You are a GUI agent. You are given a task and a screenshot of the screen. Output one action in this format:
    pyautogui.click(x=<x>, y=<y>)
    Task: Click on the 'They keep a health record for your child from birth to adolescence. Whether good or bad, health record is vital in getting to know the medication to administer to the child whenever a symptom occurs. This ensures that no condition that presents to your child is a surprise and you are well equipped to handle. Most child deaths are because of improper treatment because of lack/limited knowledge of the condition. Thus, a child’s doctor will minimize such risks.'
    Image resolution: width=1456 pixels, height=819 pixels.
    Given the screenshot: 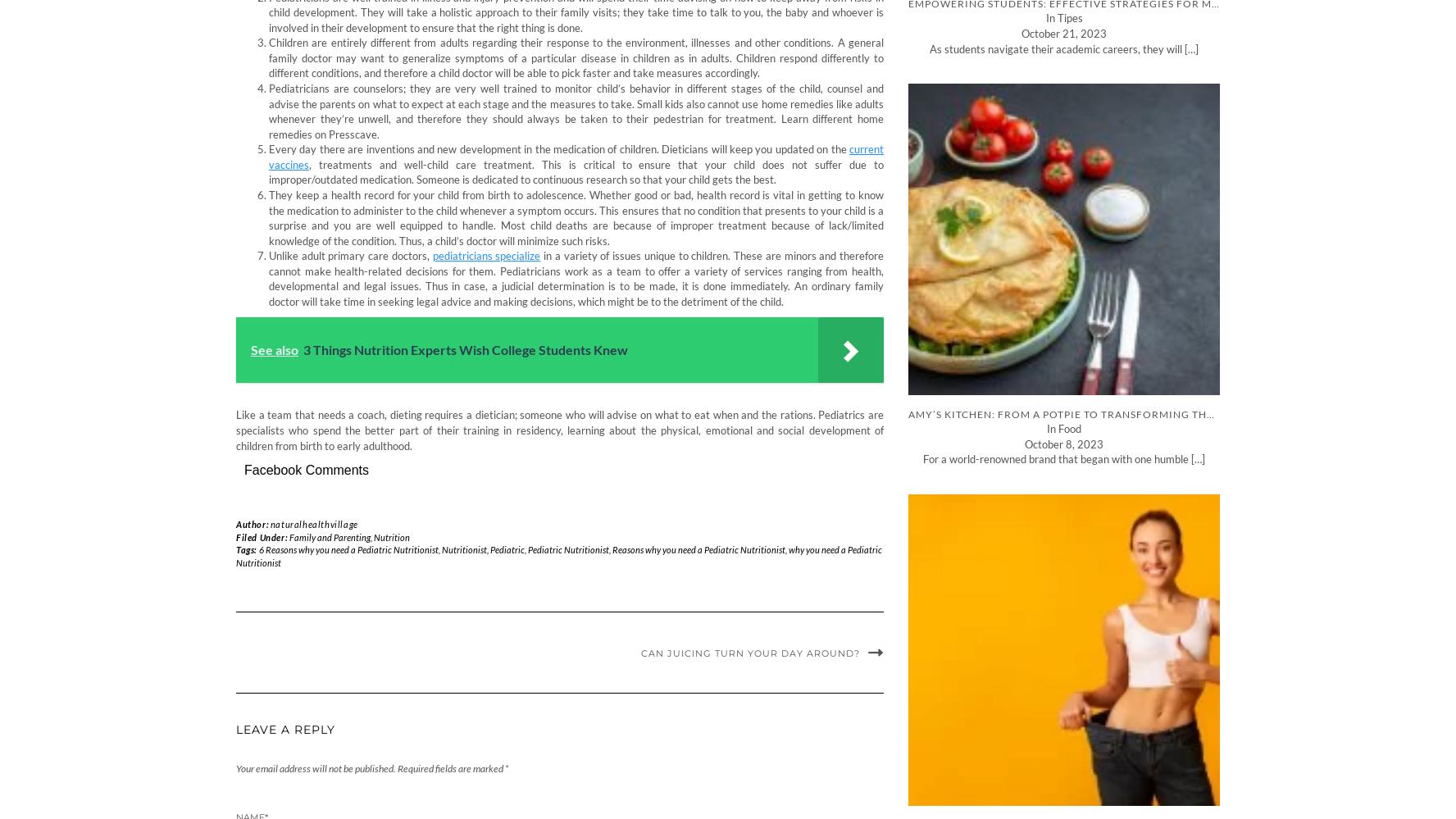 What is the action you would take?
    pyautogui.click(x=576, y=217)
    